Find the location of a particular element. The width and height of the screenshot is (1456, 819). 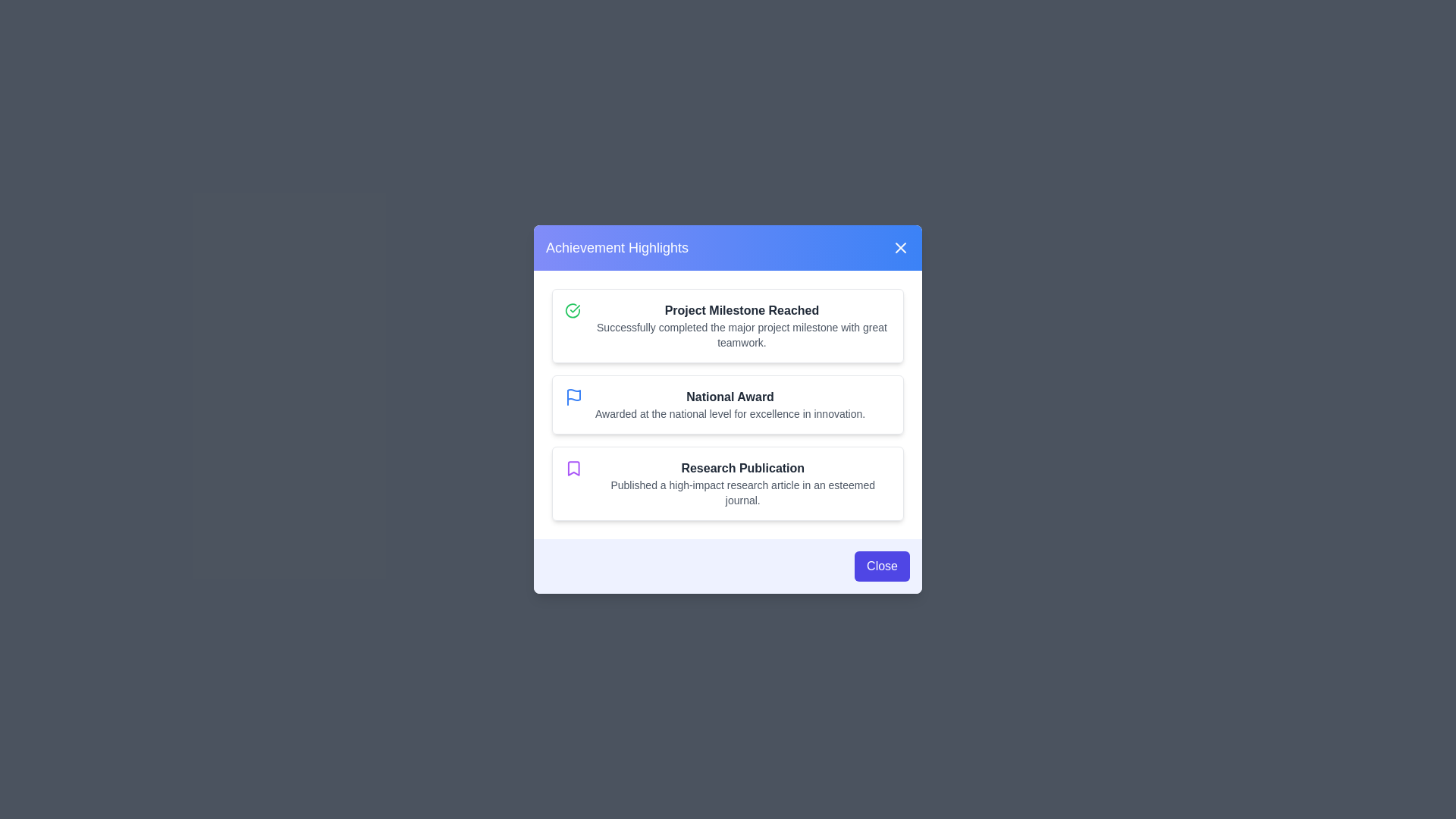

the informational text that reads 'Awarded at the national level for excellence in innovation.', which is styled in gray font and located below the header 'National Award' in the second achievement card of the modal window is located at coordinates (730, 414).